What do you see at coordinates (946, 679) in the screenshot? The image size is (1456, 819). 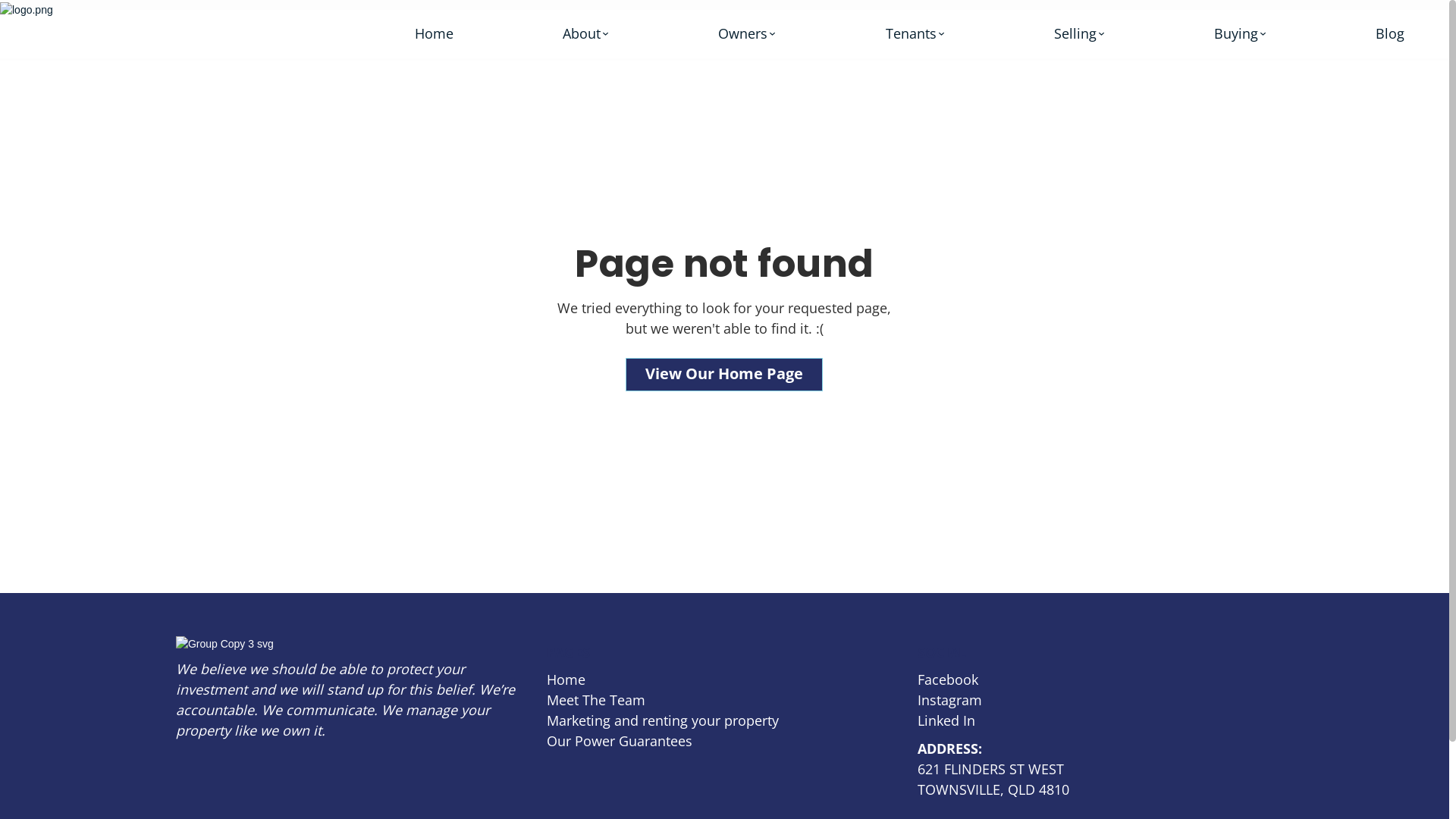 I see `'Facebook'` at bounding box center [946, 679].